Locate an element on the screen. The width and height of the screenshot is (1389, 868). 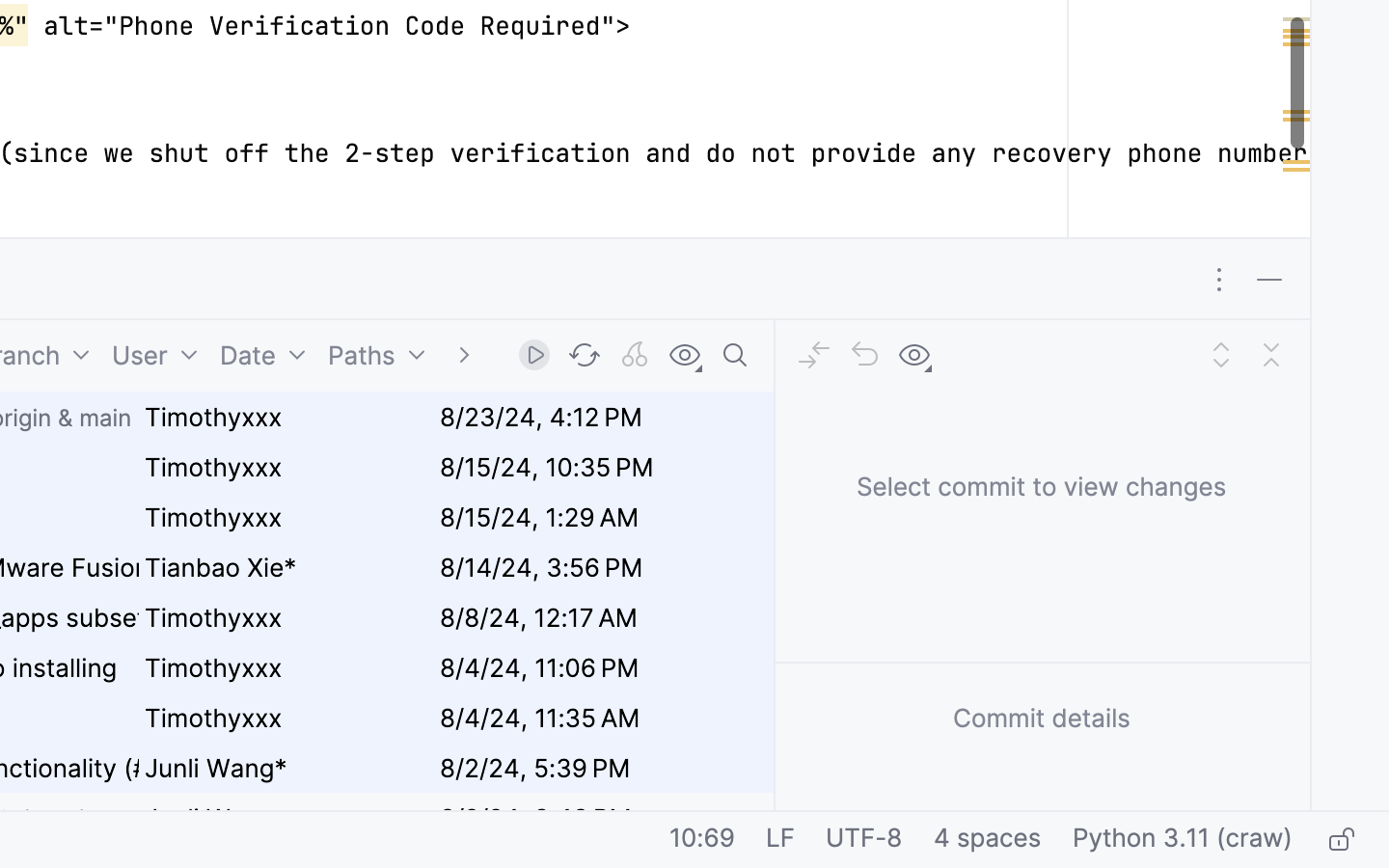
'Python 3.11 (craw)' is located at coordinates (1182, 840).